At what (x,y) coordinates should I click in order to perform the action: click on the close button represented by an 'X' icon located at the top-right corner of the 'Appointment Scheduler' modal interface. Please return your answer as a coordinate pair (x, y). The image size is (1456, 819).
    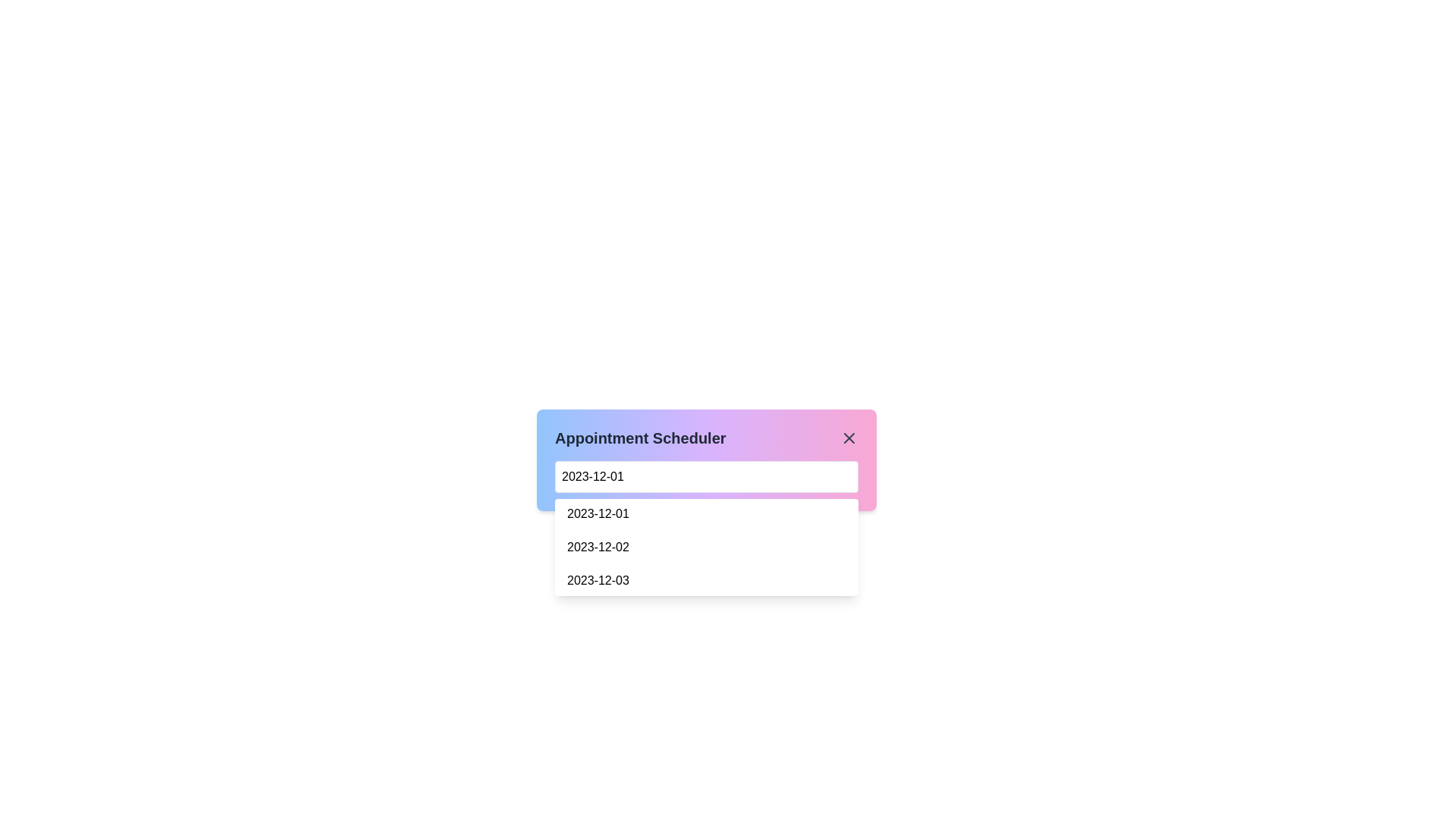
    Looking at the image, I should click on (848, 438).